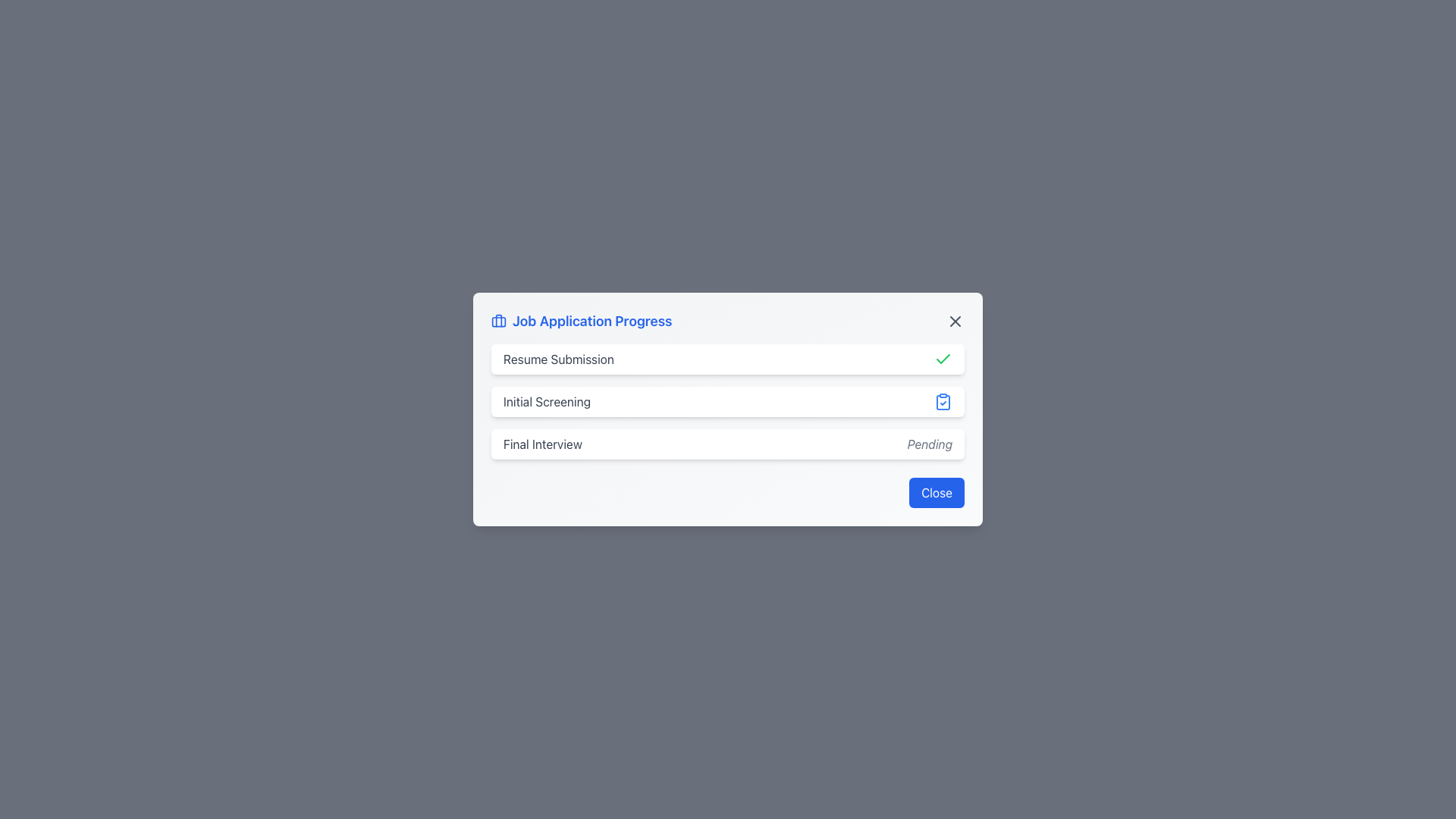 This screenshot has width=1456, height=819. I want to click on the checkmark icon indicating the completion status of the 'Resume Submission' step in the job application process, located in the first row of the modal interface, so click(942, 359).